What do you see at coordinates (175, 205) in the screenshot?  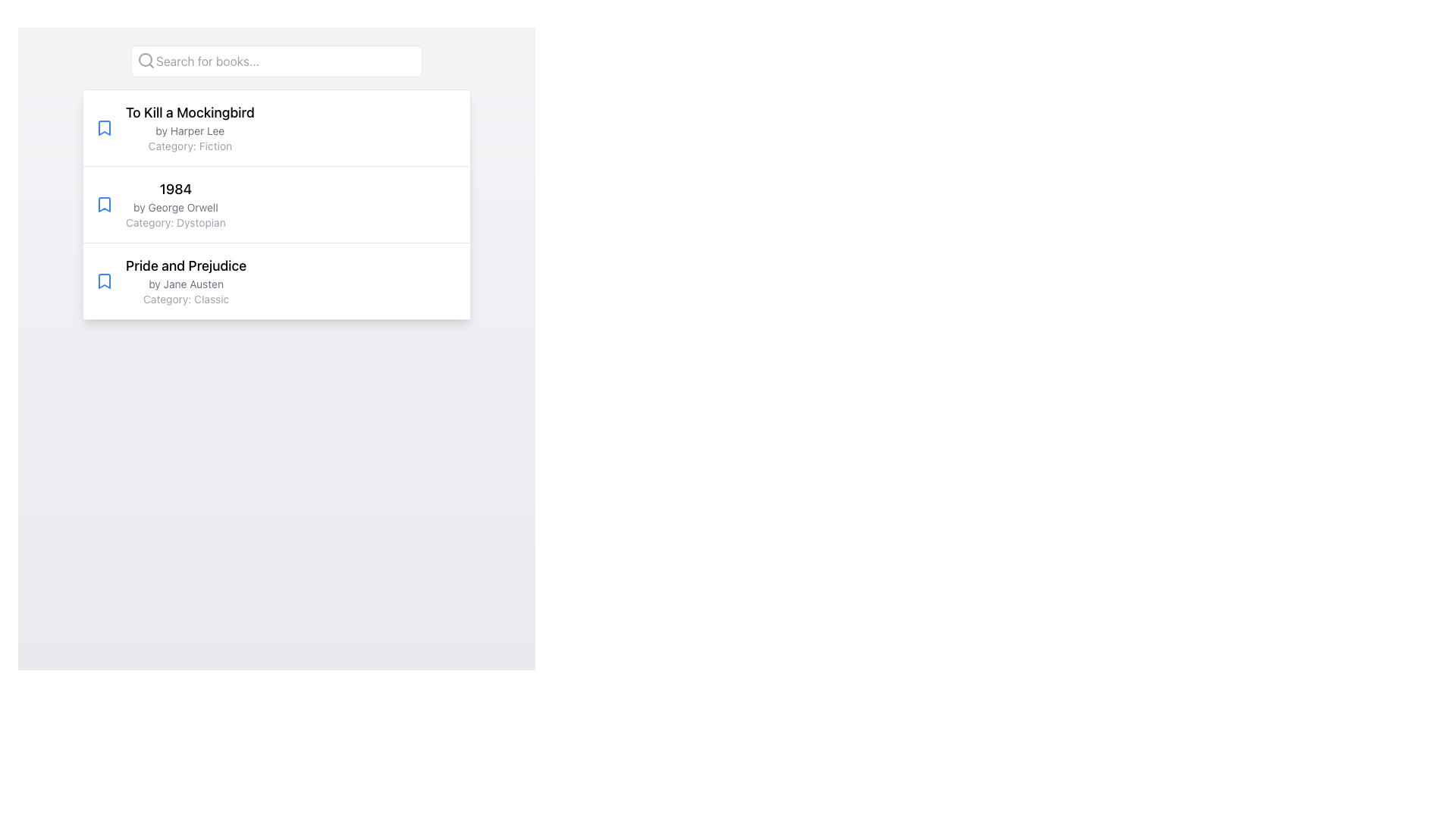 I see `the text content grouping displaying the title '1984', the author 'by George Orwell', and the category 'Category: Dystopian' located in the second row of the main content area` at bounding box center [175, 205].